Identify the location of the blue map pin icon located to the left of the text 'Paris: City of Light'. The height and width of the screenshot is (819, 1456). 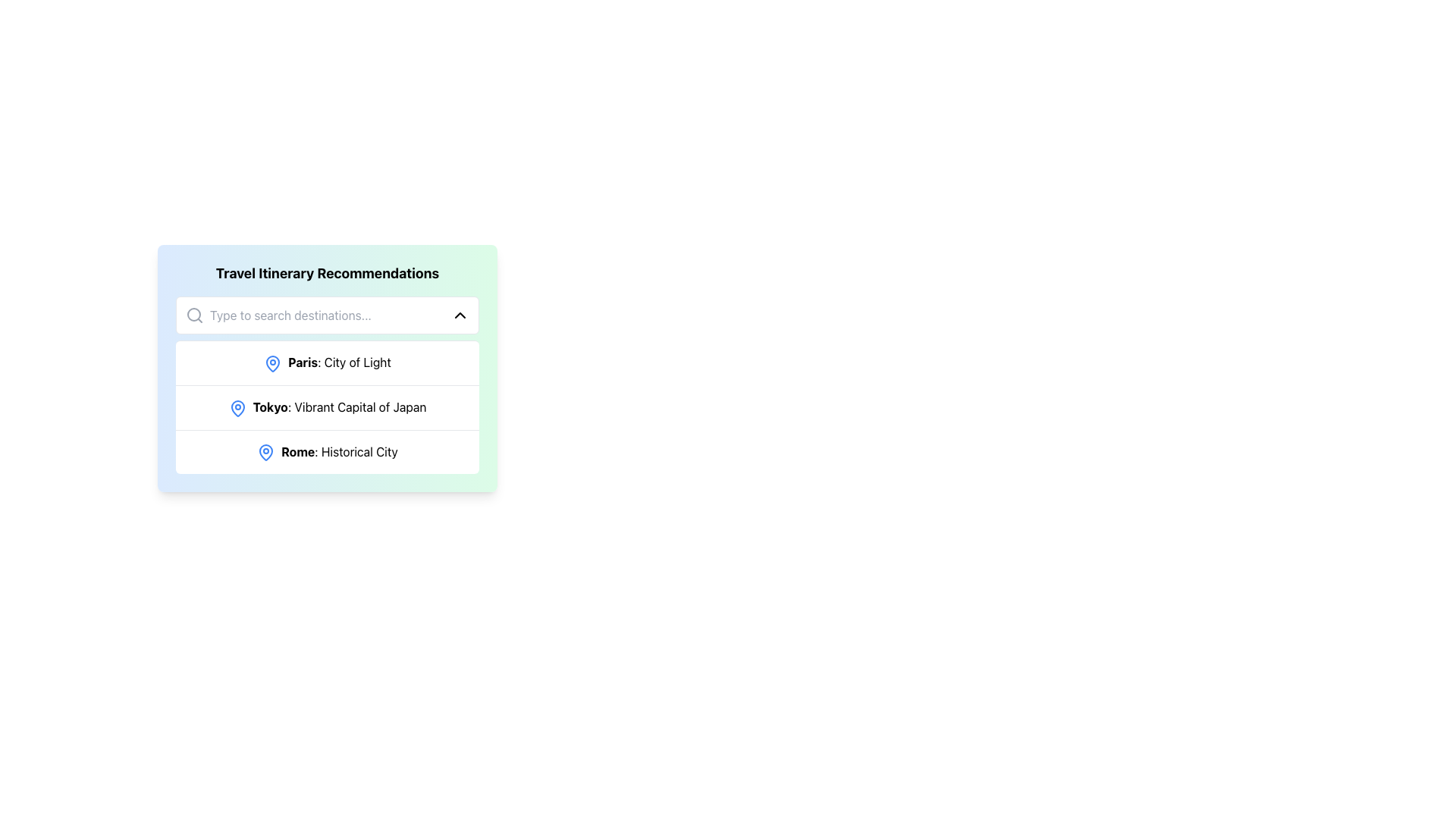
(273, 363).